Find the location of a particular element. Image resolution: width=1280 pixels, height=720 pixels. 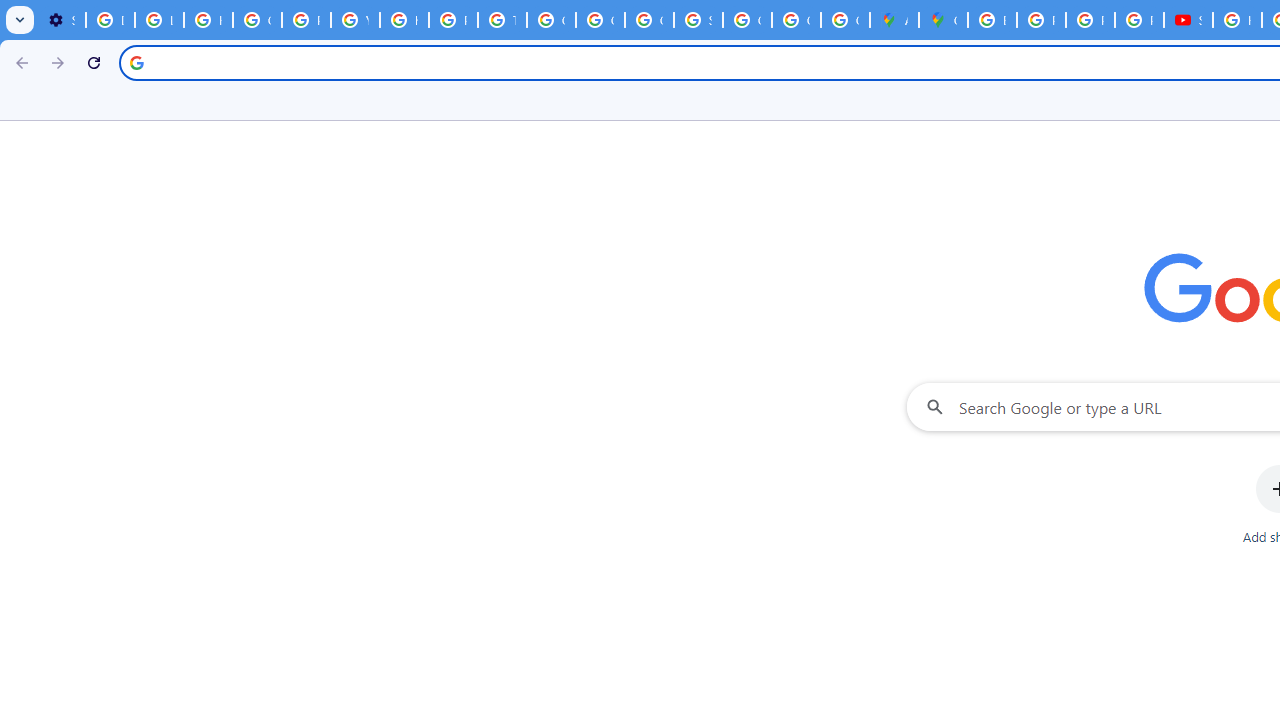

'Learn how to find your photos - Google Photos Help' is located at coordinates (158, 20).